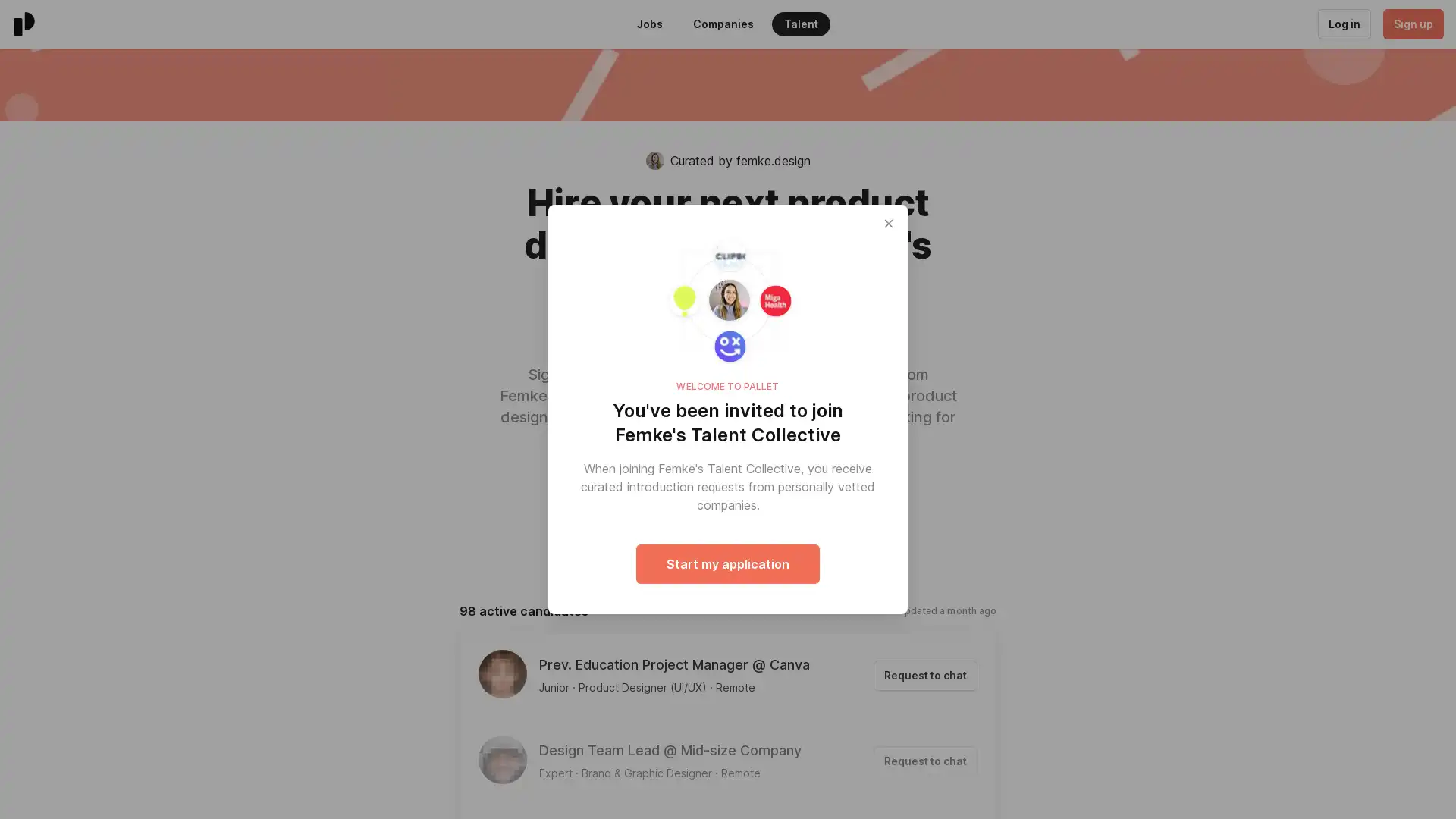  I want to click on Start my application, so click(728, 564).